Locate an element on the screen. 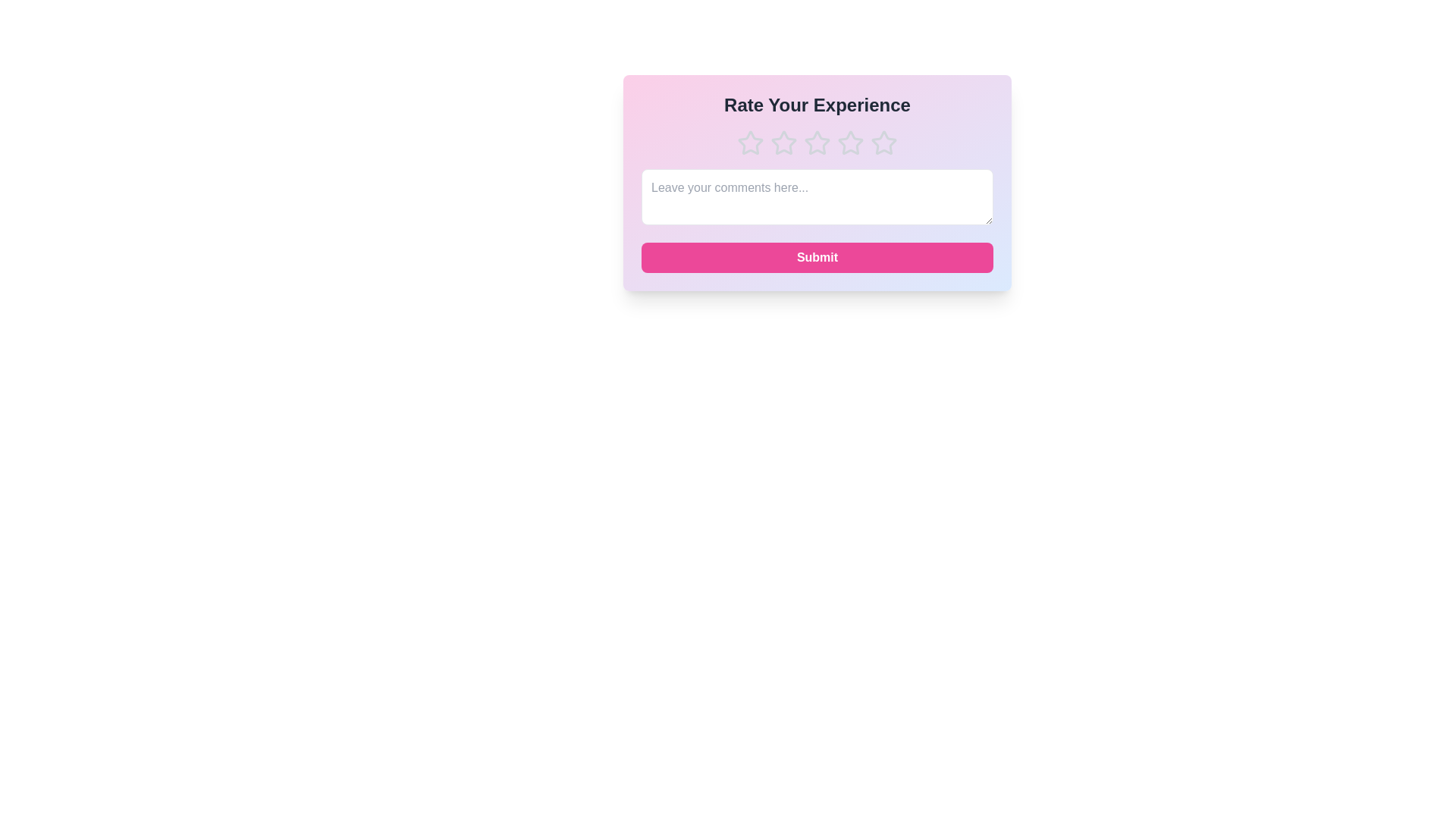 The image size is (1456, 819). the star corresponding to the rating 1 to set the experience rating is located at coordinates (750, 143).